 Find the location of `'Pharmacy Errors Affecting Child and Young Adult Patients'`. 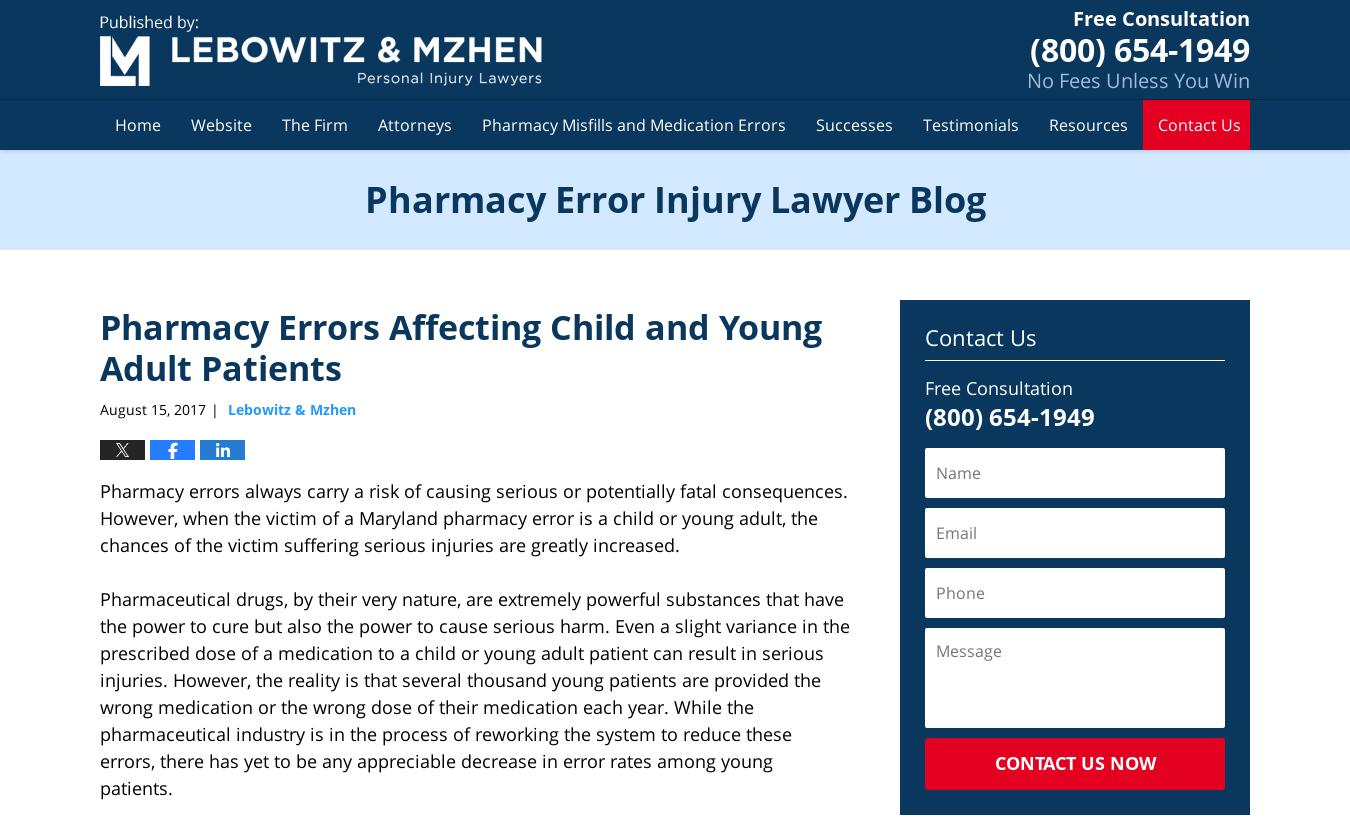

'Pharmacy Errors Affecting Child and Young Adult Patients' is located at coordinates (460, 346).